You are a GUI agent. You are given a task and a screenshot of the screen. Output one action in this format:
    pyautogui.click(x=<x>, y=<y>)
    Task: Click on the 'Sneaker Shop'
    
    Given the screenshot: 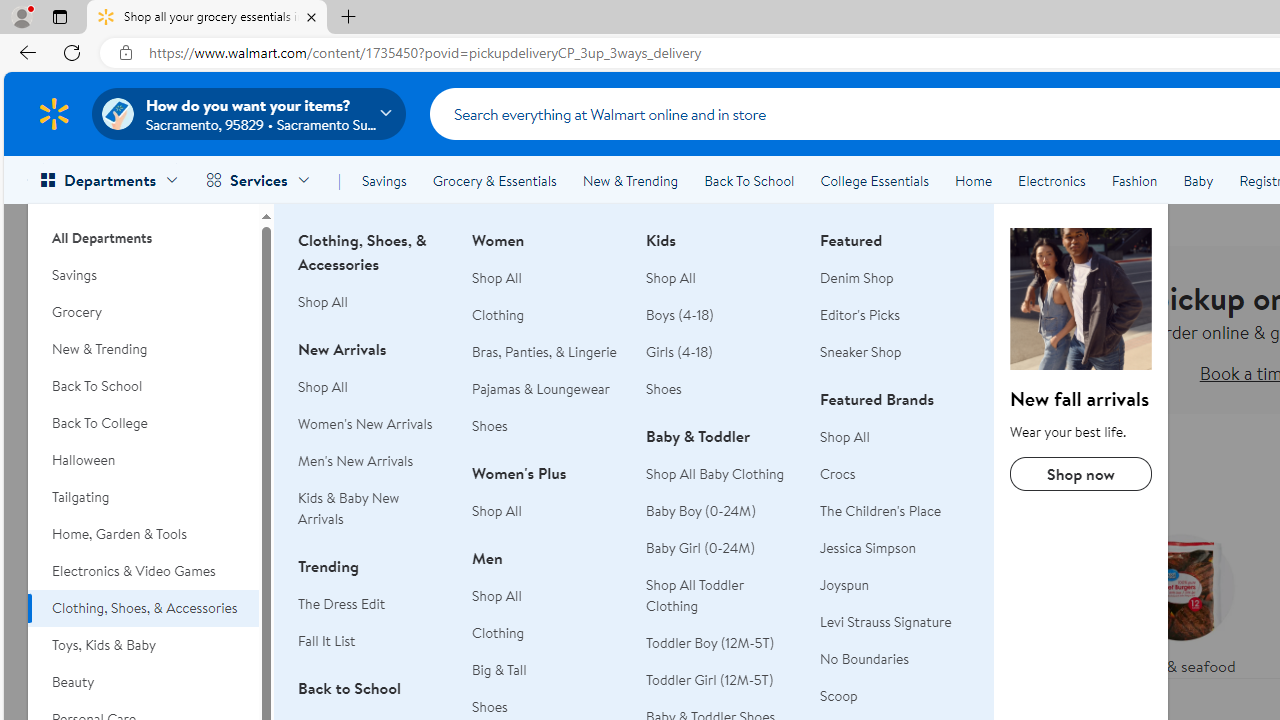 What is the action you would take?
    pyautogui.click(x=894, y=351)
    